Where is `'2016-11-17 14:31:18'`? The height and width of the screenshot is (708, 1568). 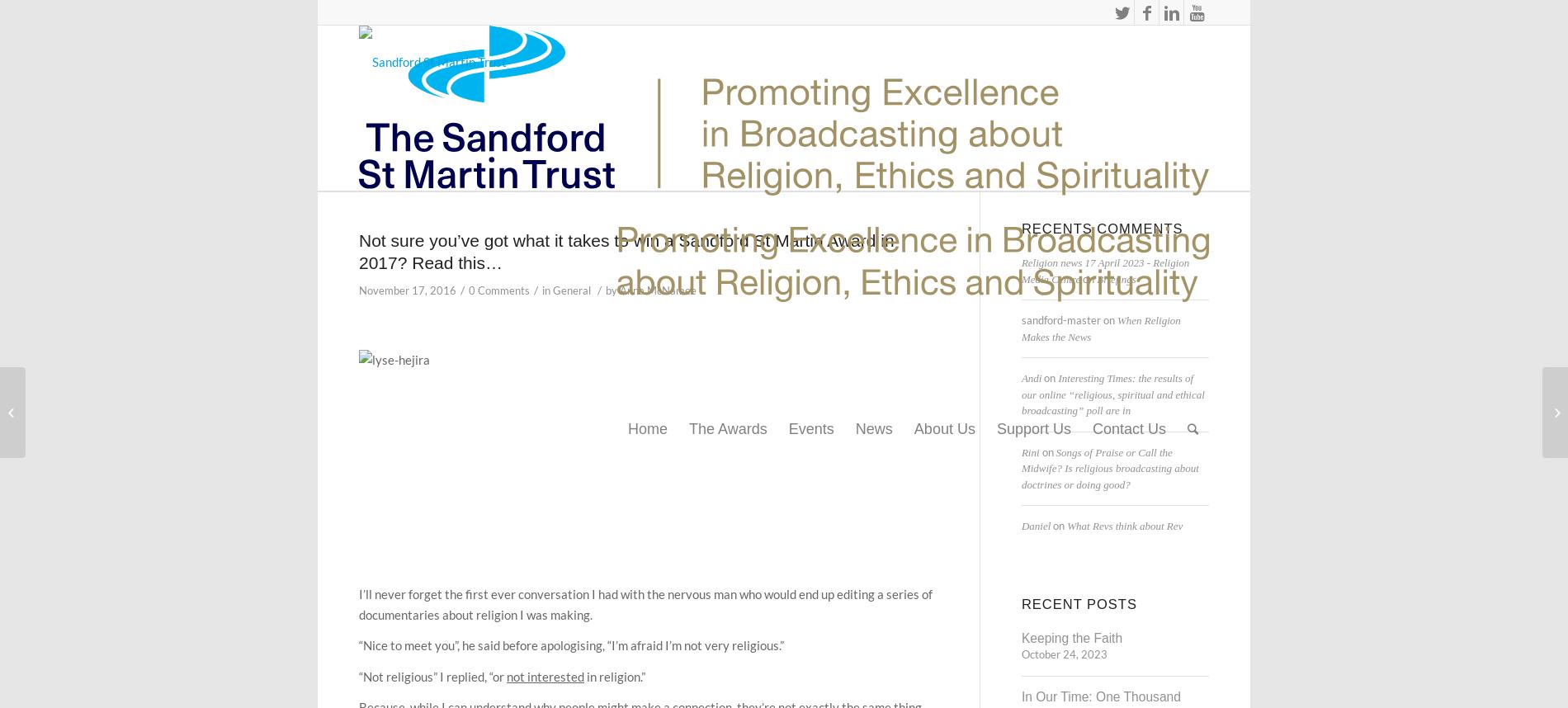 '2016-11-17 14:31:18' is located at coordinates (475, 270).